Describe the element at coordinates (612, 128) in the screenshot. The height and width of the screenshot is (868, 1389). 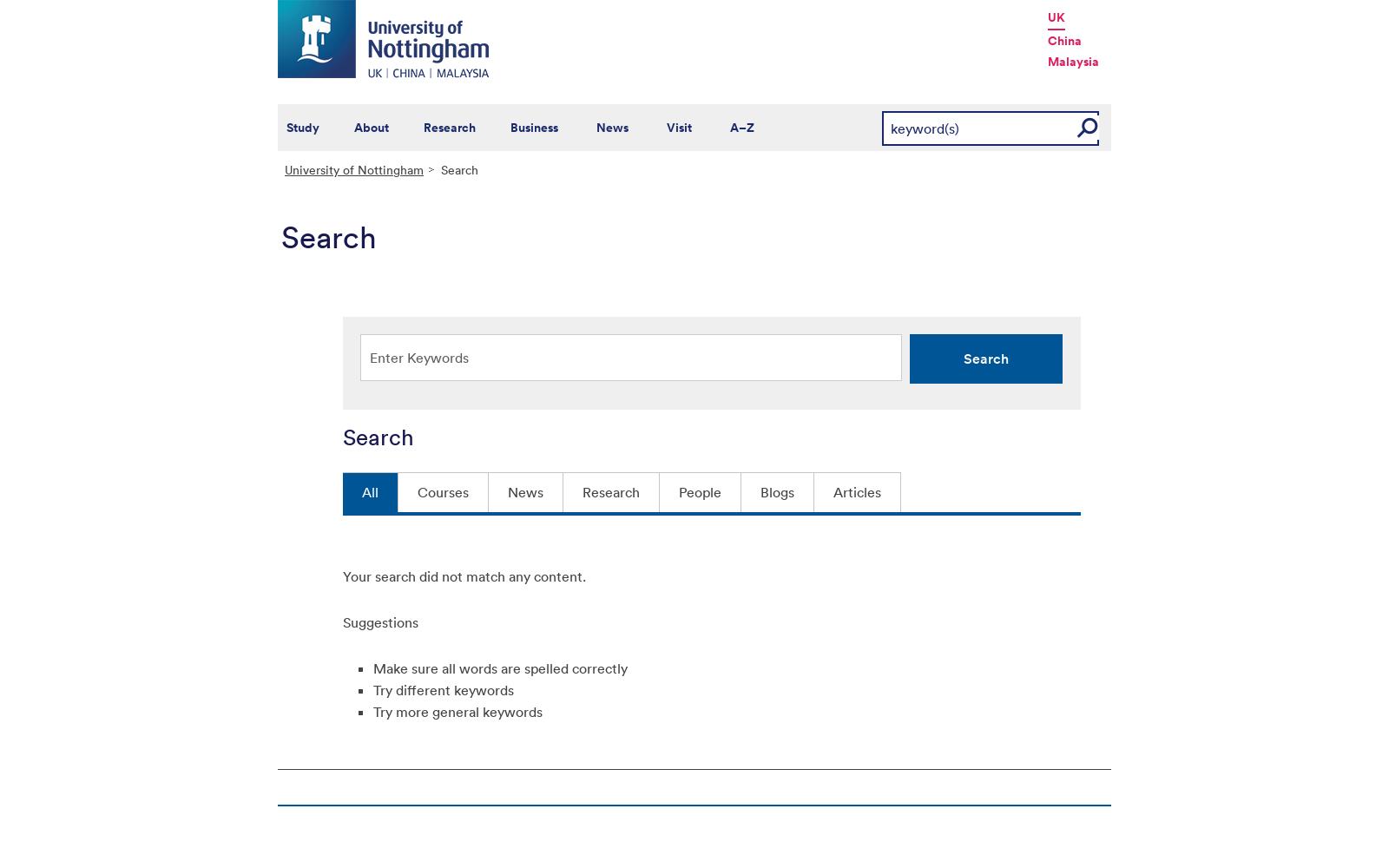
I see `'News'` at that location.